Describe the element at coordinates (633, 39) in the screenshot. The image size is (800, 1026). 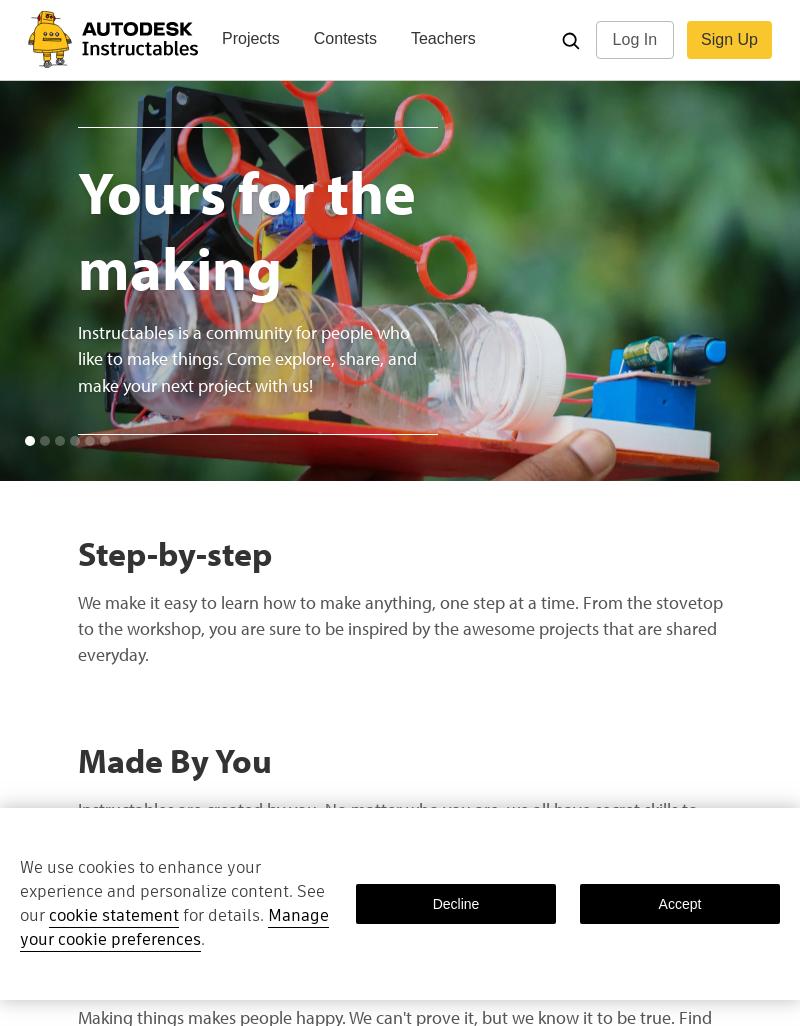
I see `'Log In'` at that location.